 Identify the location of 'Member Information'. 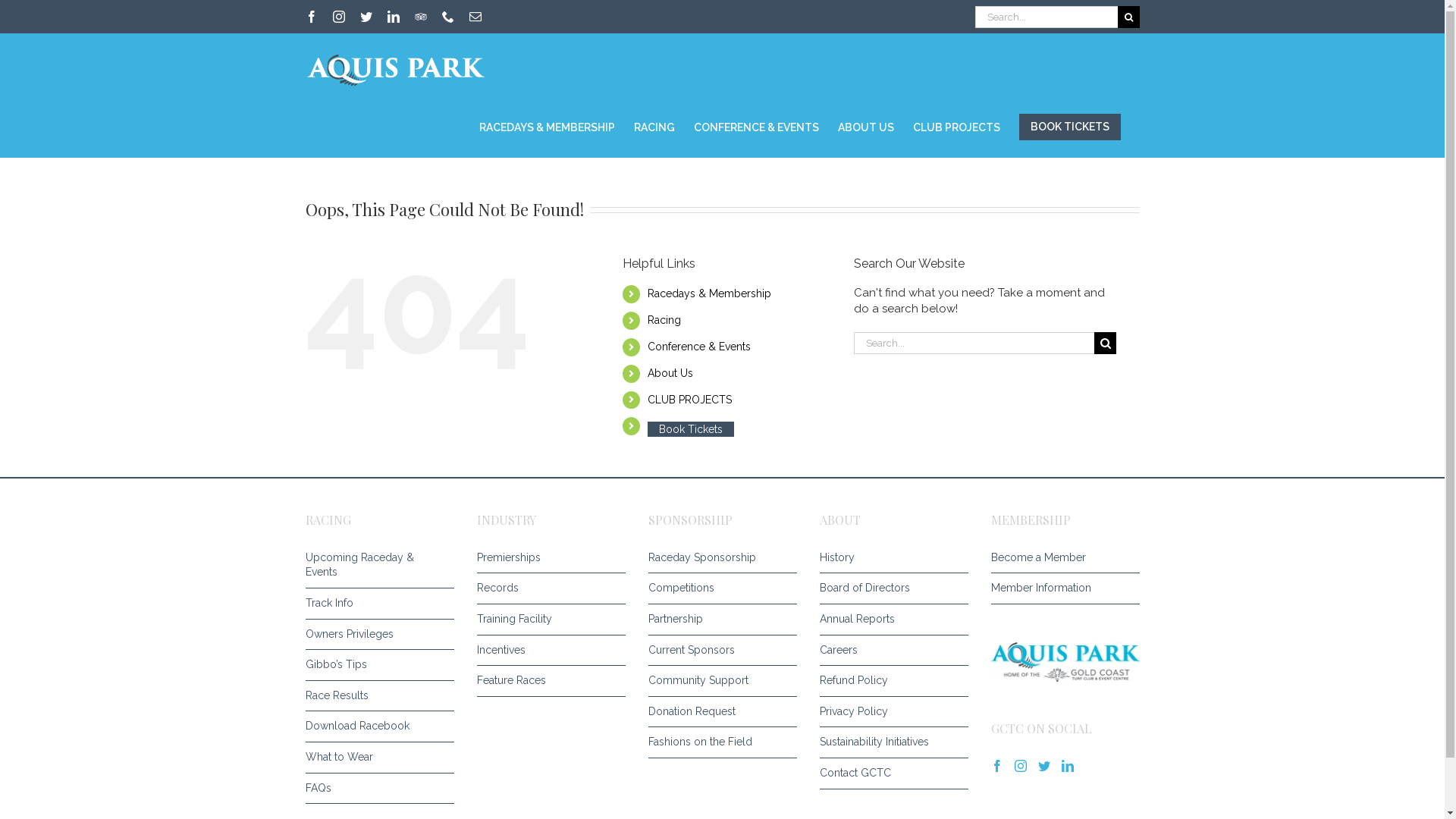
(1059, 587).